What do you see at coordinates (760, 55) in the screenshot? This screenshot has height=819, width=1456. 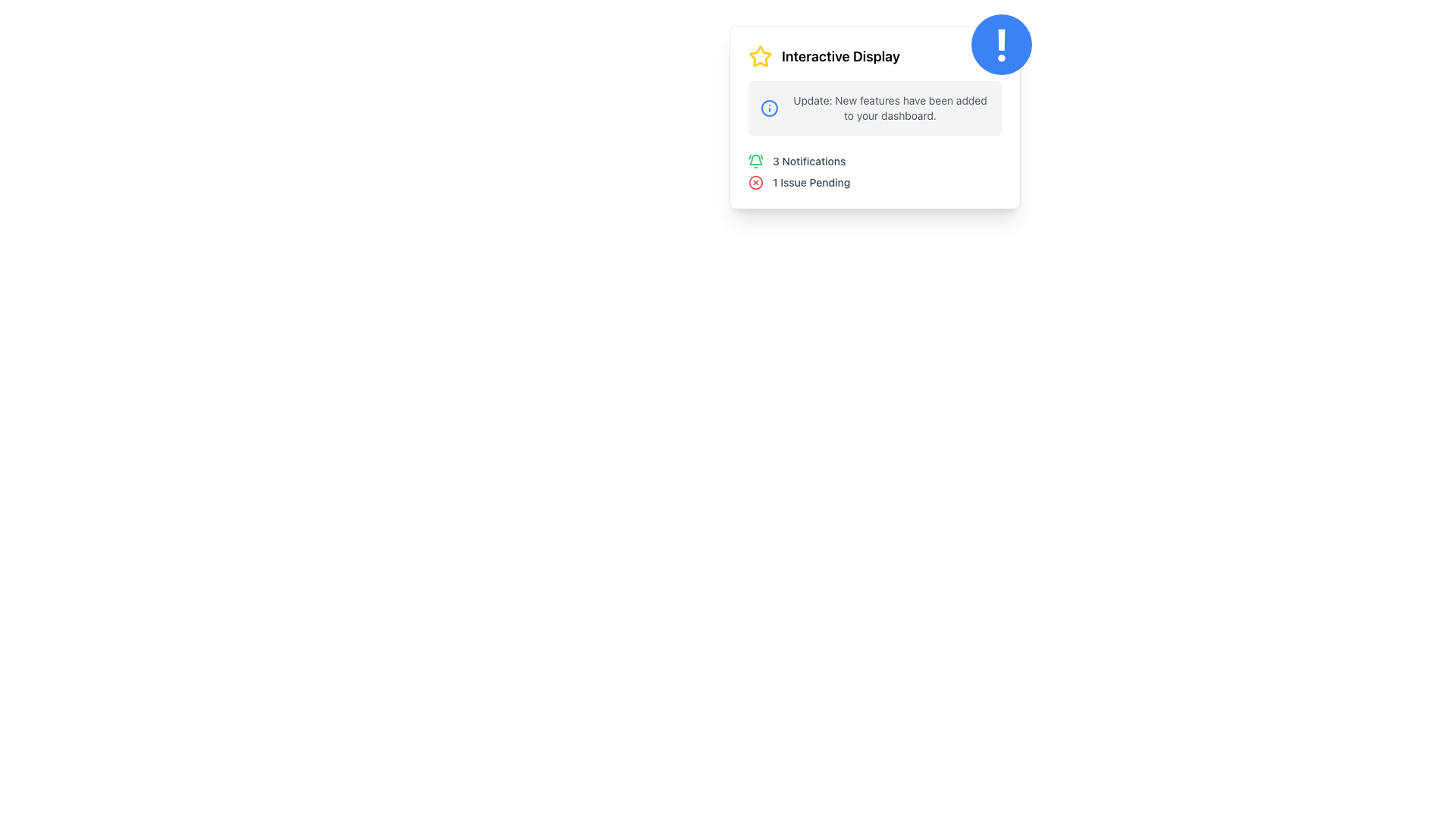 I see `the icon located to the left of the title 'Interactive Display' in the notification panel` at bounding box center [760, 55].